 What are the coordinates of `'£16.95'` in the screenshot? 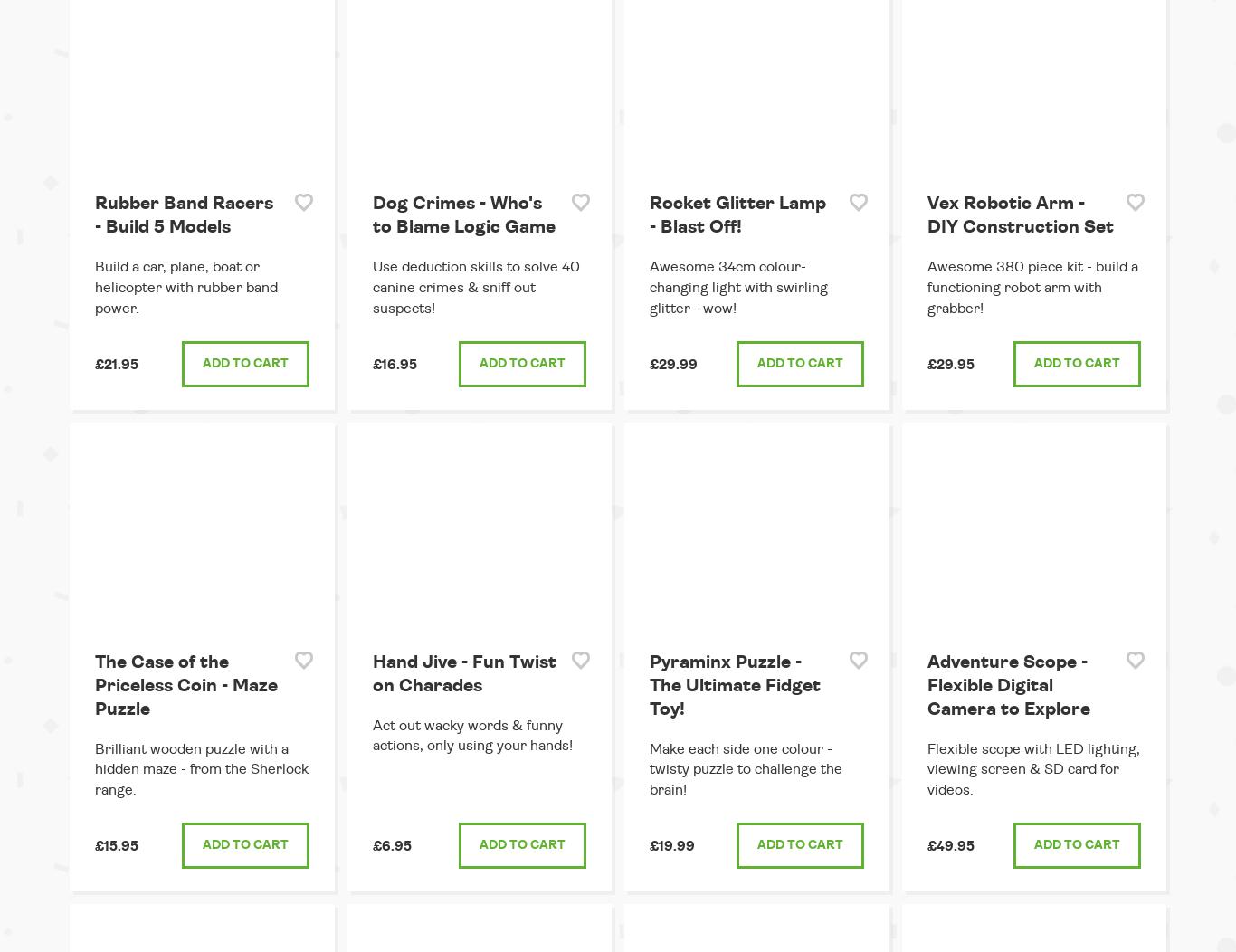 It's located at (371, 363).